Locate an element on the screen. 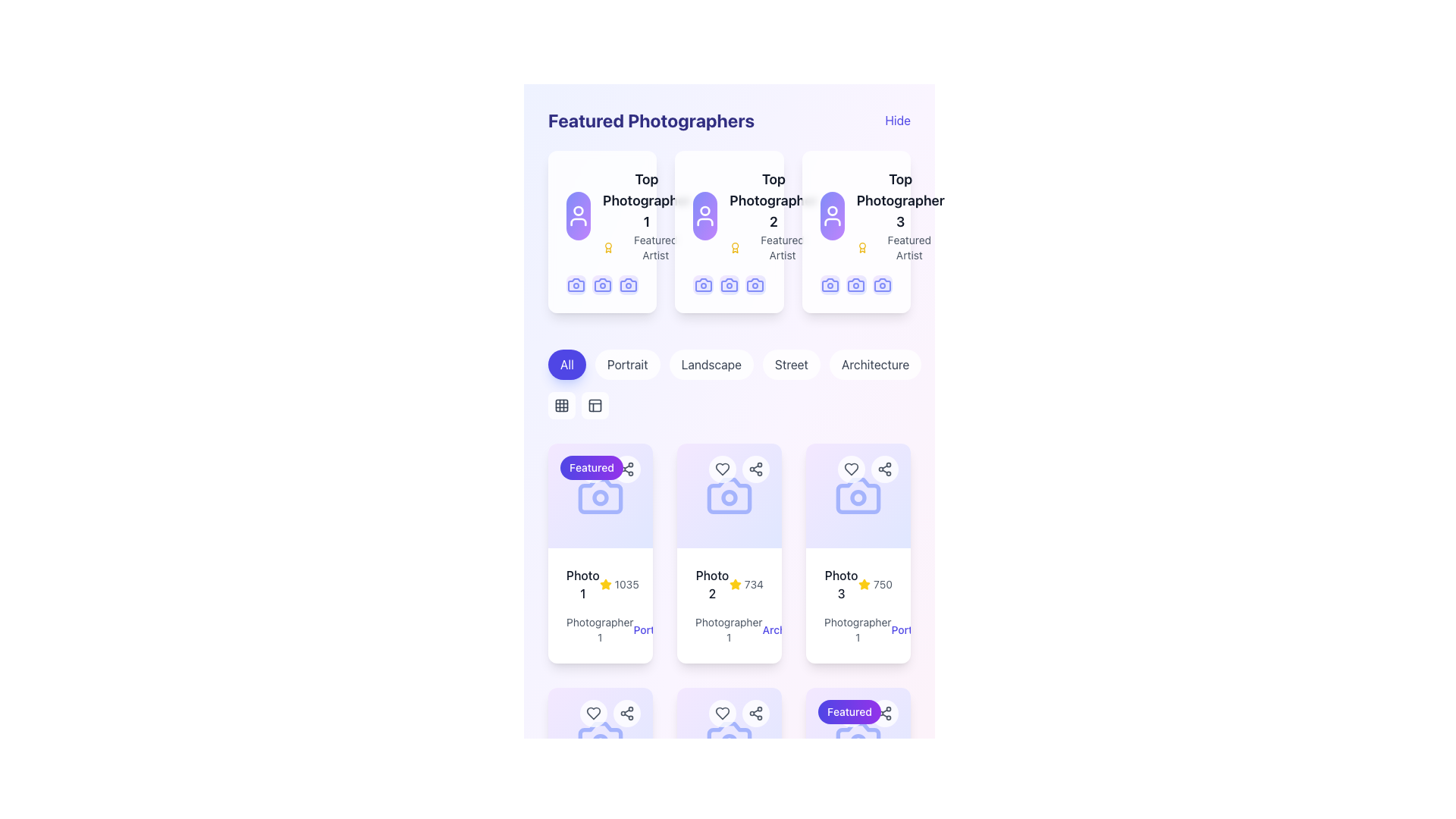 This screenshot has height=819, width=1456. the Rating display element located under the 'Photo 2' card in the second column of the grid layout, which provides visual feedback about the photo's score or popularity is located at coordinates (746, 584).